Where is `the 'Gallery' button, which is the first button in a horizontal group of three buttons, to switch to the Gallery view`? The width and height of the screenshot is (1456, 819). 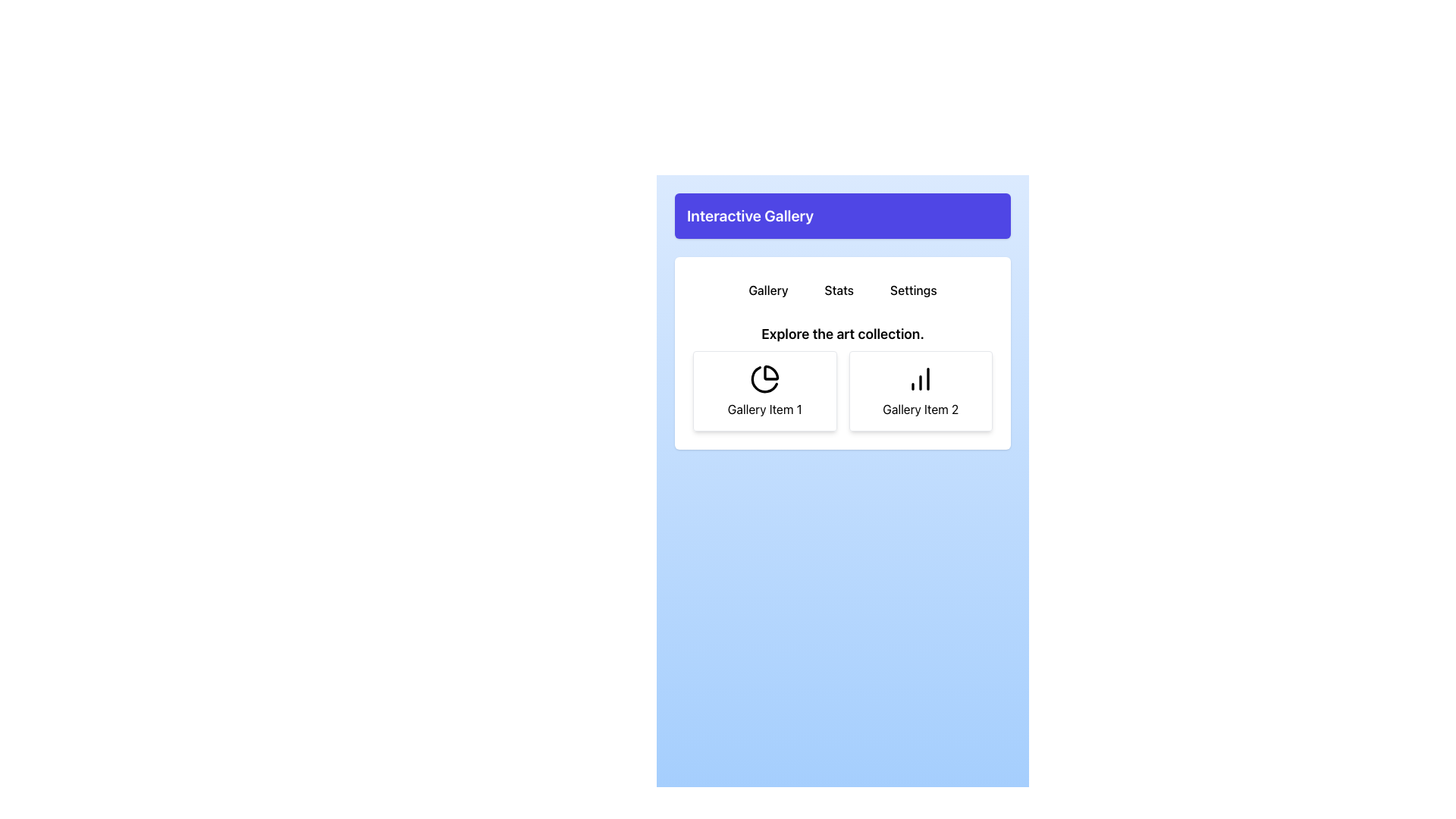
the 'Gallery' button, which is the first button in a horizontal group of three buttons, to switch to the Gallery view is located at coordinates (768, 290).